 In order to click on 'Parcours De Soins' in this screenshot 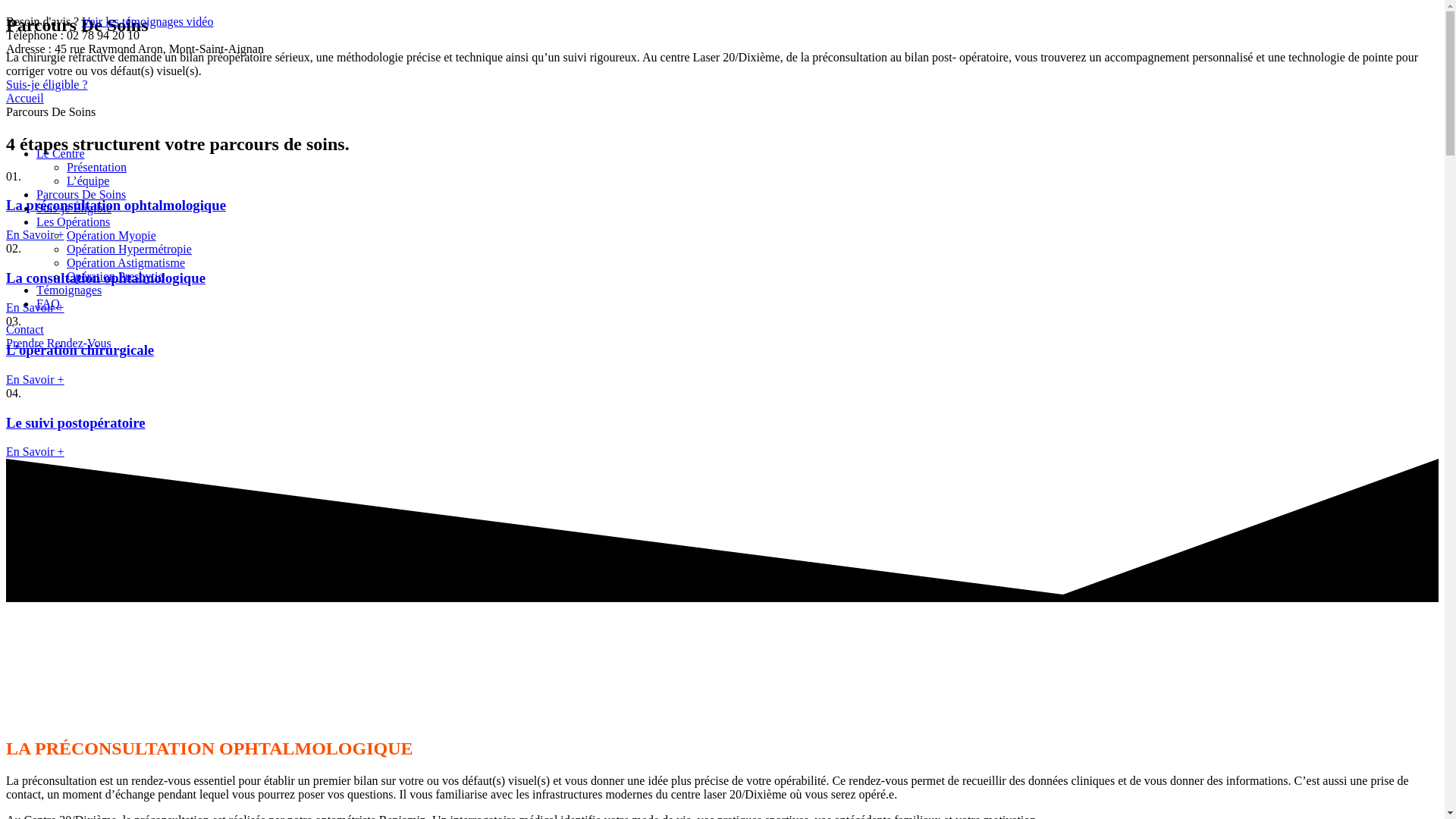, I will do `click(80, 193)`.